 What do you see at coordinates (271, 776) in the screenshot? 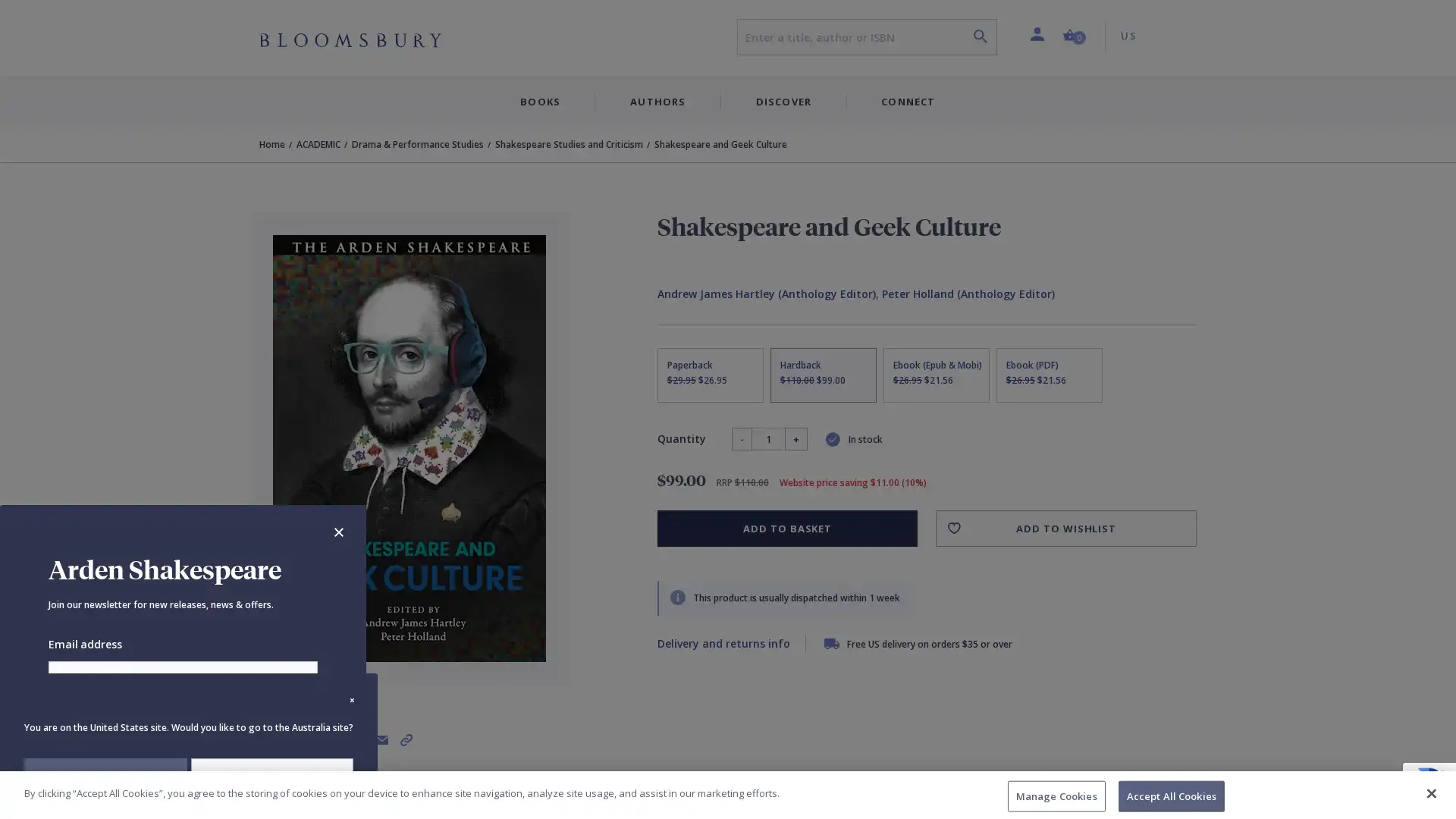
I see `REDIRECT` at bounding box center [271, 776].